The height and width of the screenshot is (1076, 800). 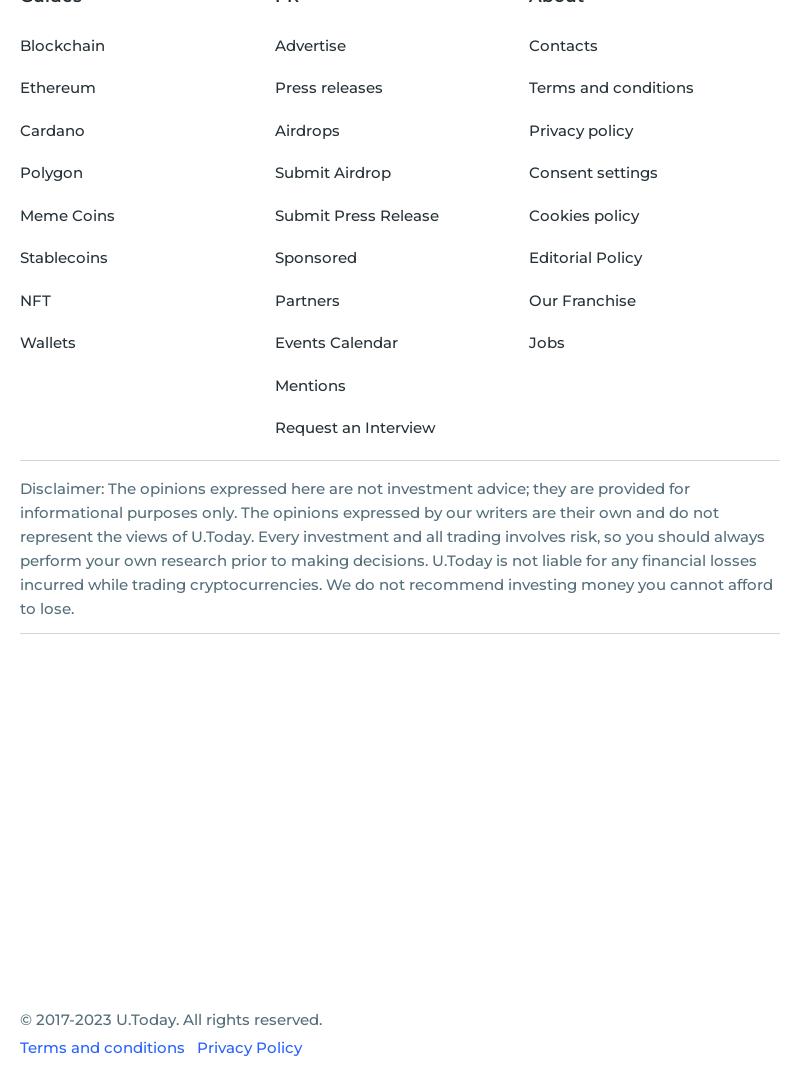 What do you see at coordinates (308, 383) in the screenshot?
I see `'Mentions'` at bounding box center [308, 383].